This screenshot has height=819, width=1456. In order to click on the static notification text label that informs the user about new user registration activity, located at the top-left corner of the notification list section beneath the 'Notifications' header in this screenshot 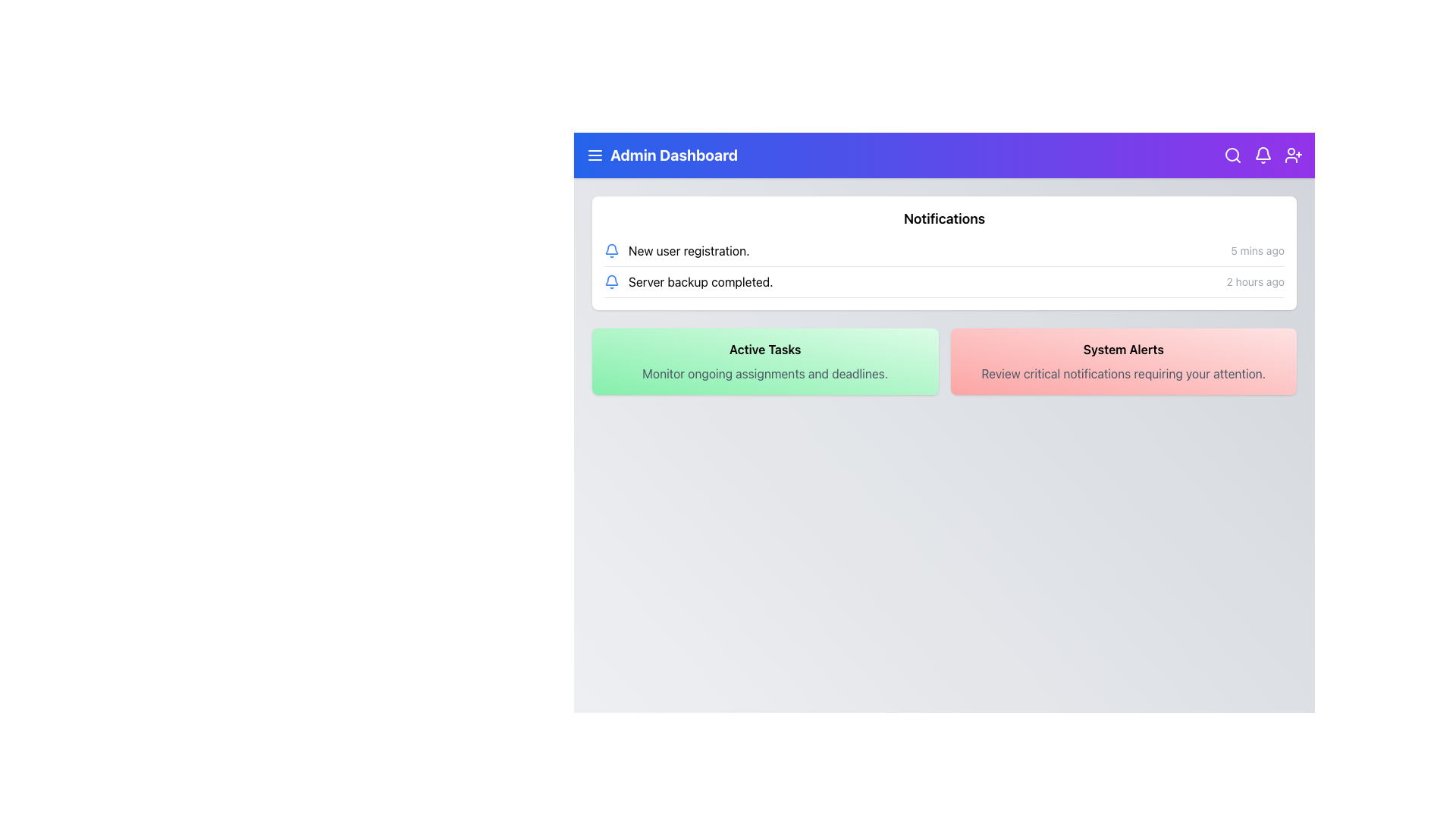, I will do `click(688, 250)`.